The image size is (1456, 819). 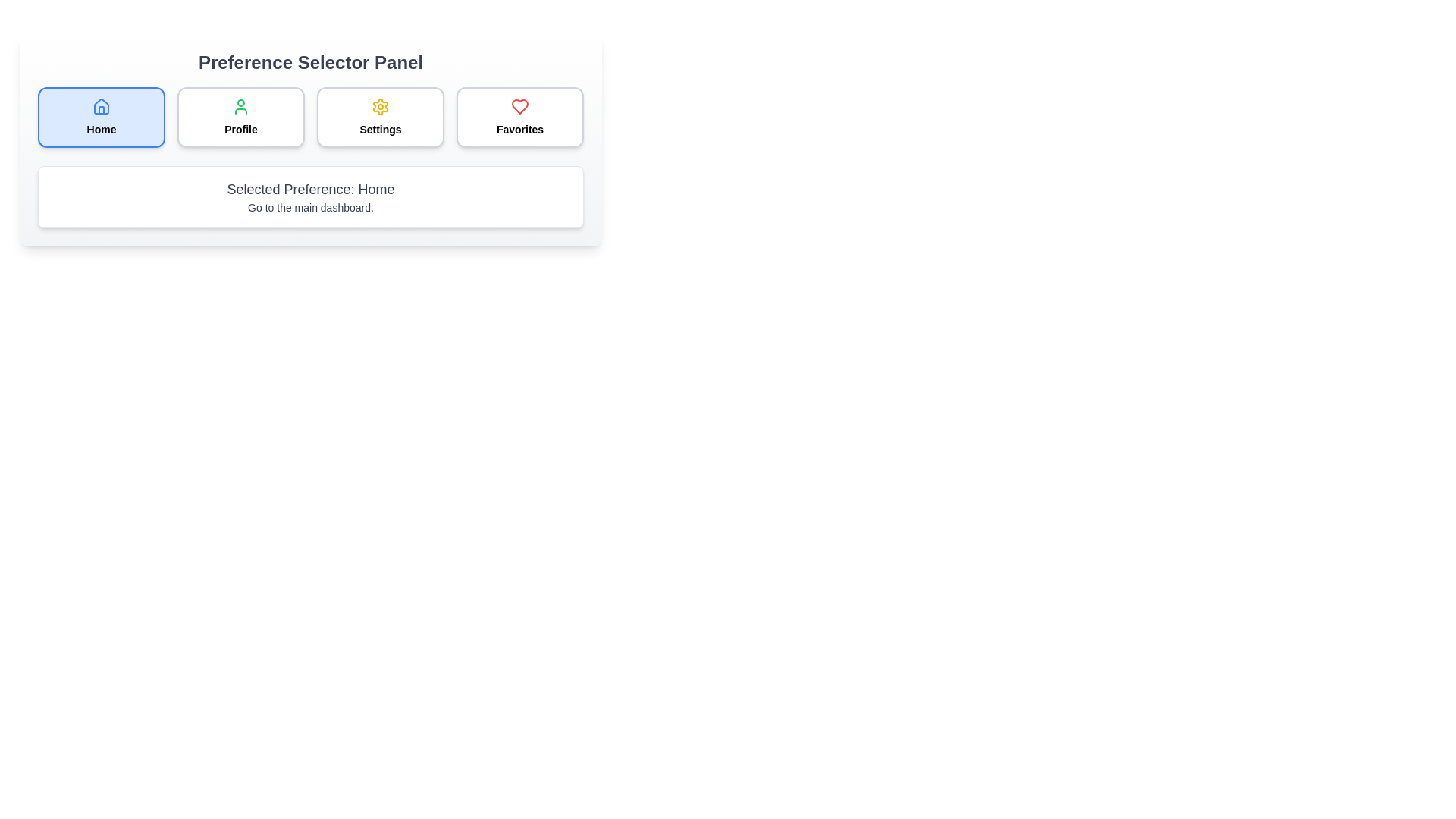 What do you see at coordinates (381, 106) in the screenshot?
I see `the visual state of the yellow gear-shaped icon representing settings, located in the top row of the interface, third from the left` at bounding box center [381, 106].